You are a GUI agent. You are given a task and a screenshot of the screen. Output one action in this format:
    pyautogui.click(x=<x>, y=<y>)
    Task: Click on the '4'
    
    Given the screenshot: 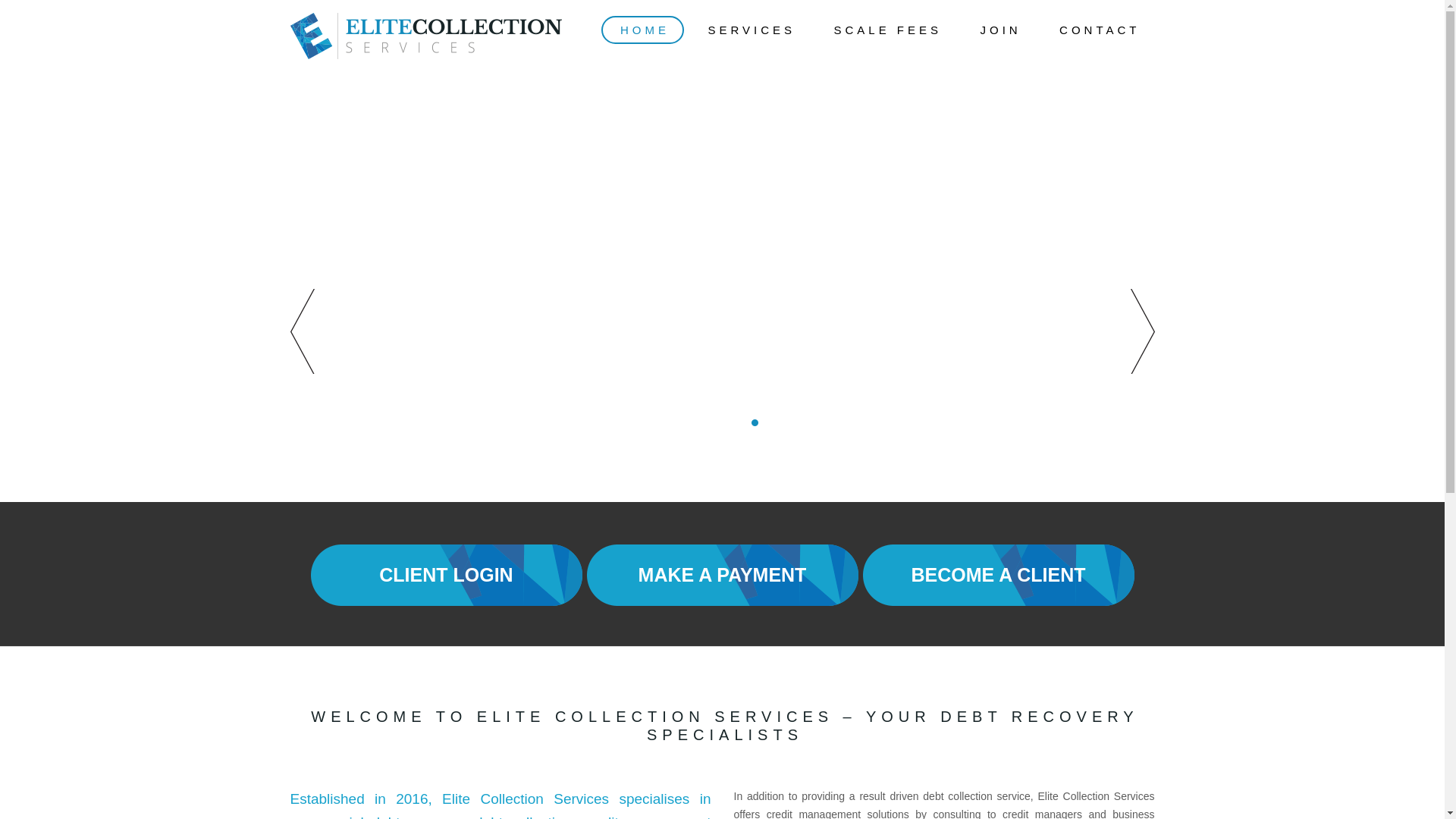 What is the action you would take?
    pyautogui.click(x=728, y=422)
    